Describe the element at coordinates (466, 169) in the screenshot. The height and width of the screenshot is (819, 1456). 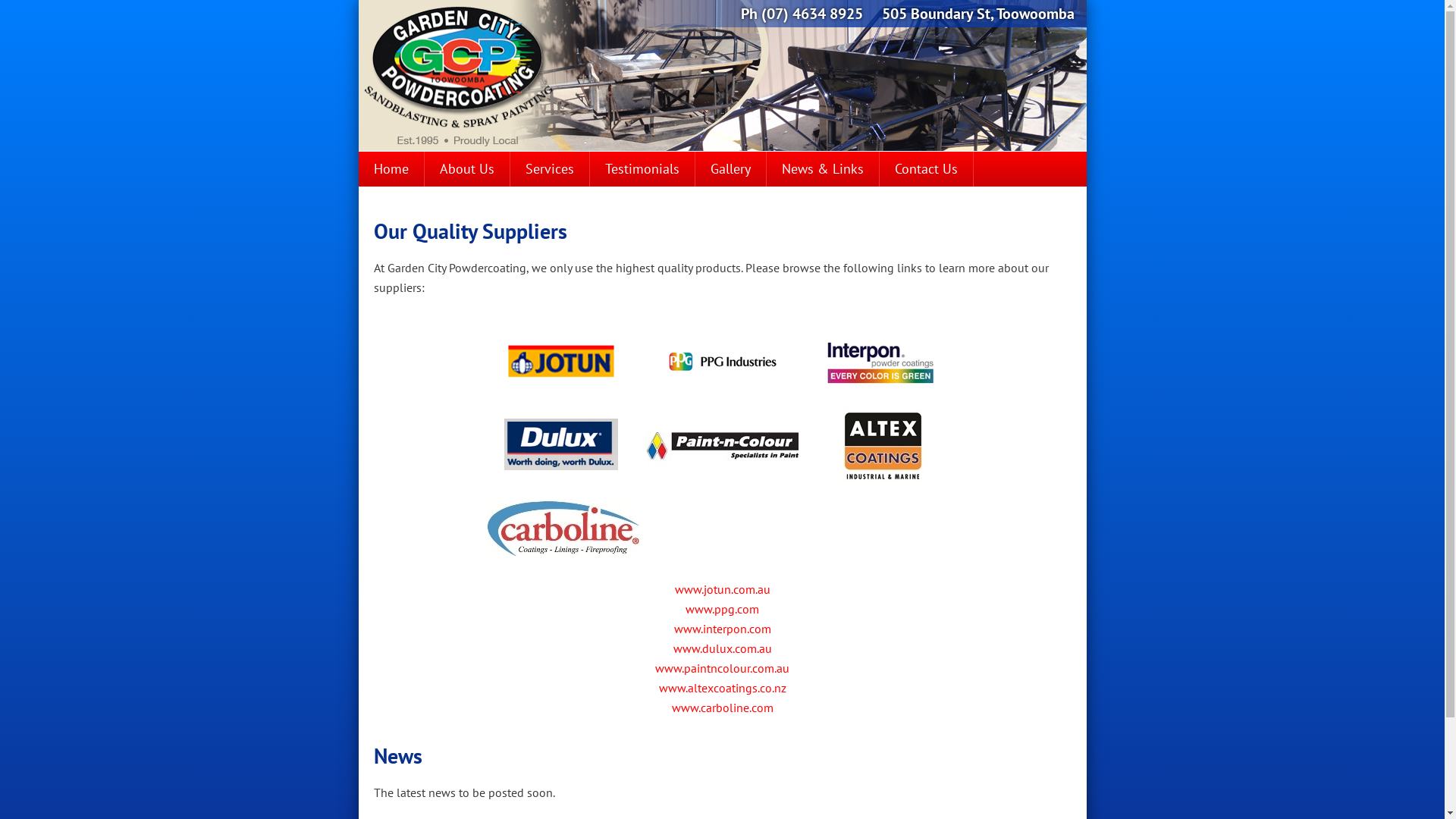
I see `'About Us'` at that location.